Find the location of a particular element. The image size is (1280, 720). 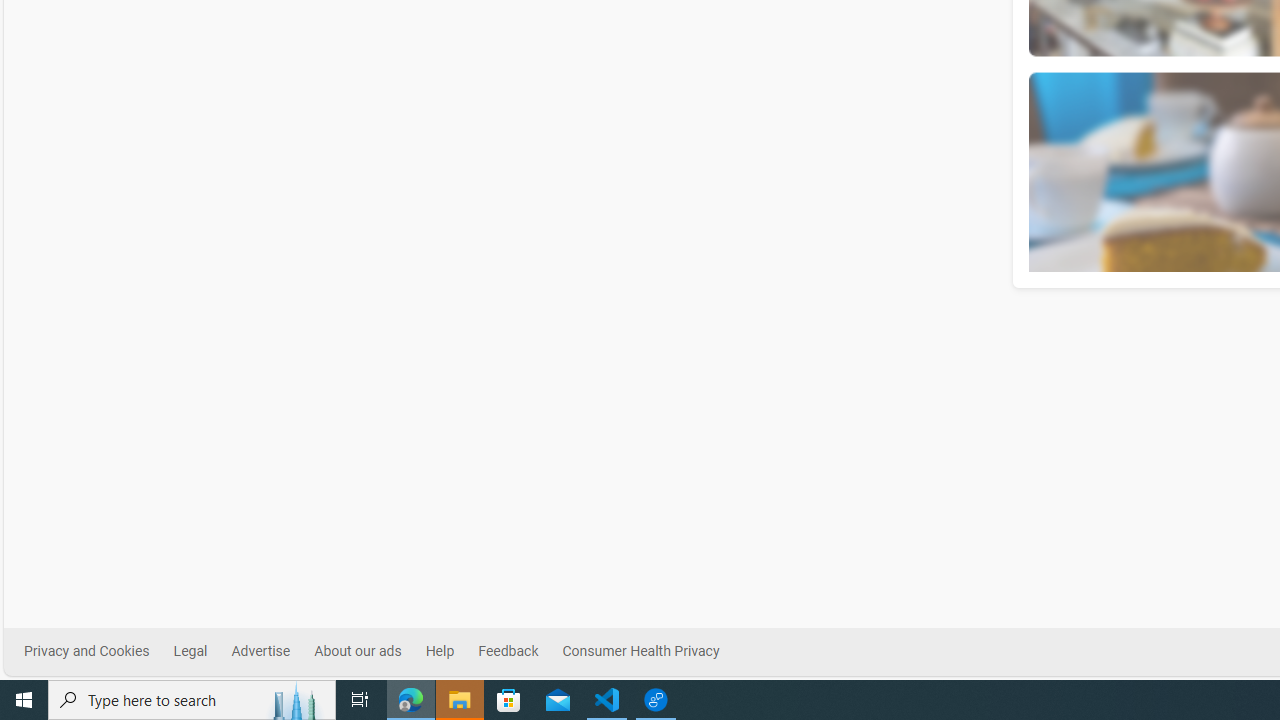

'Legal' is located at coordinates (190, 651).